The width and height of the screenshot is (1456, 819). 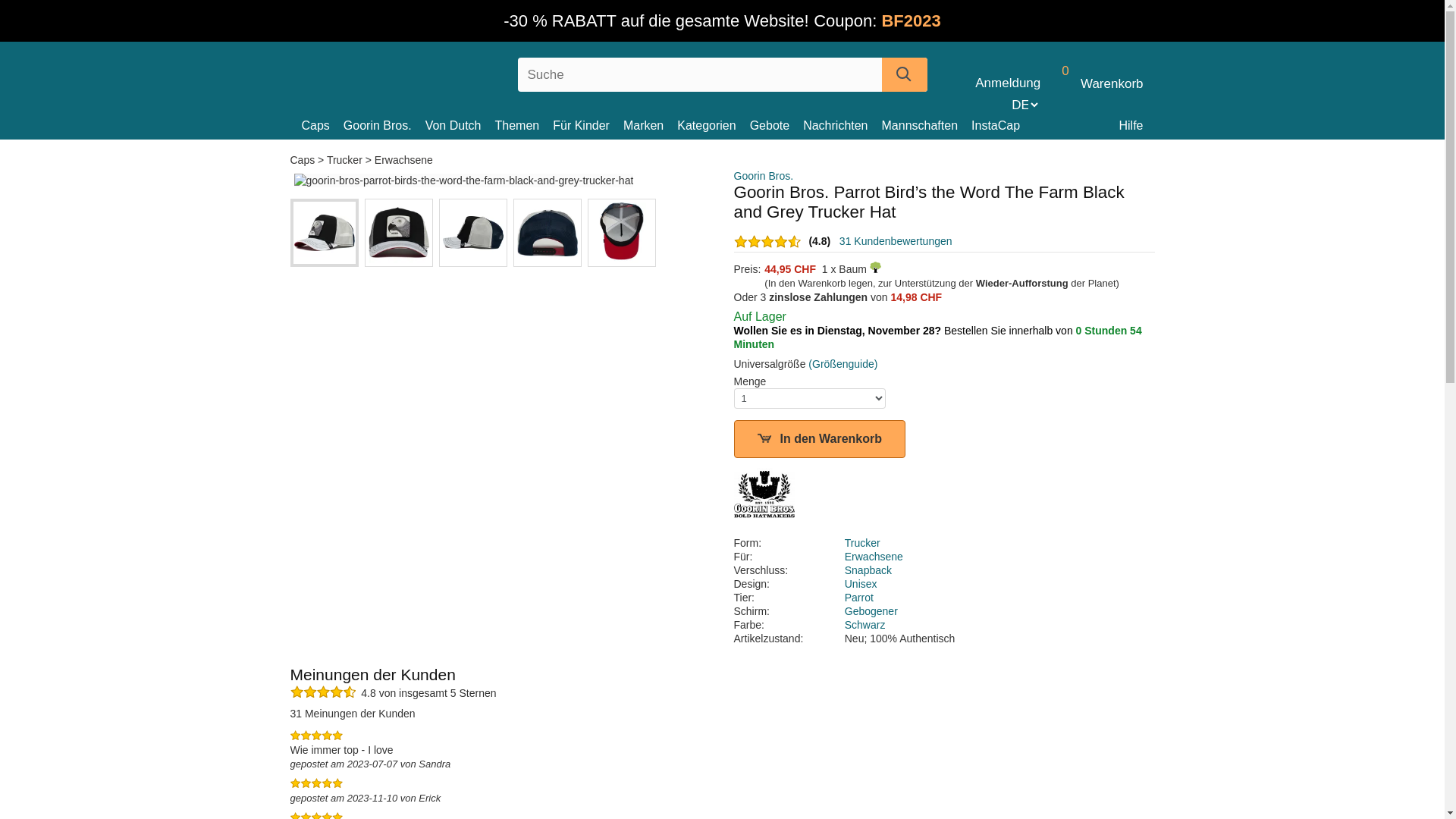 What do you see at coordinates (926, 124) in the screenshot?
I see `'Mannschaften'` at bounding box center [926, 124].